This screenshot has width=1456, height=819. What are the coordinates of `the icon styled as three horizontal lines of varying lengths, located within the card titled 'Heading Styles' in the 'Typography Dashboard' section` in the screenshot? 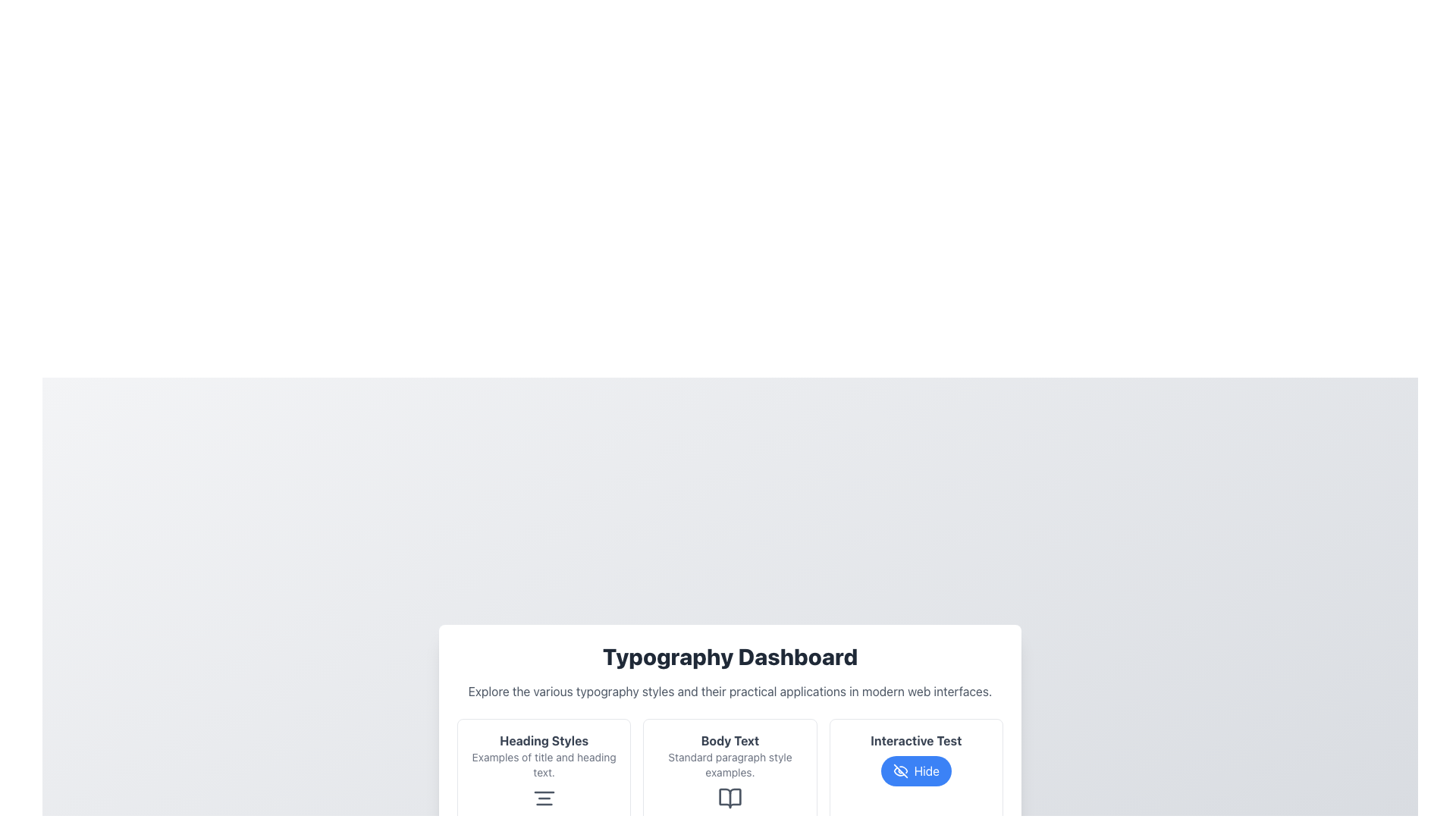 It's located at (544, 798).